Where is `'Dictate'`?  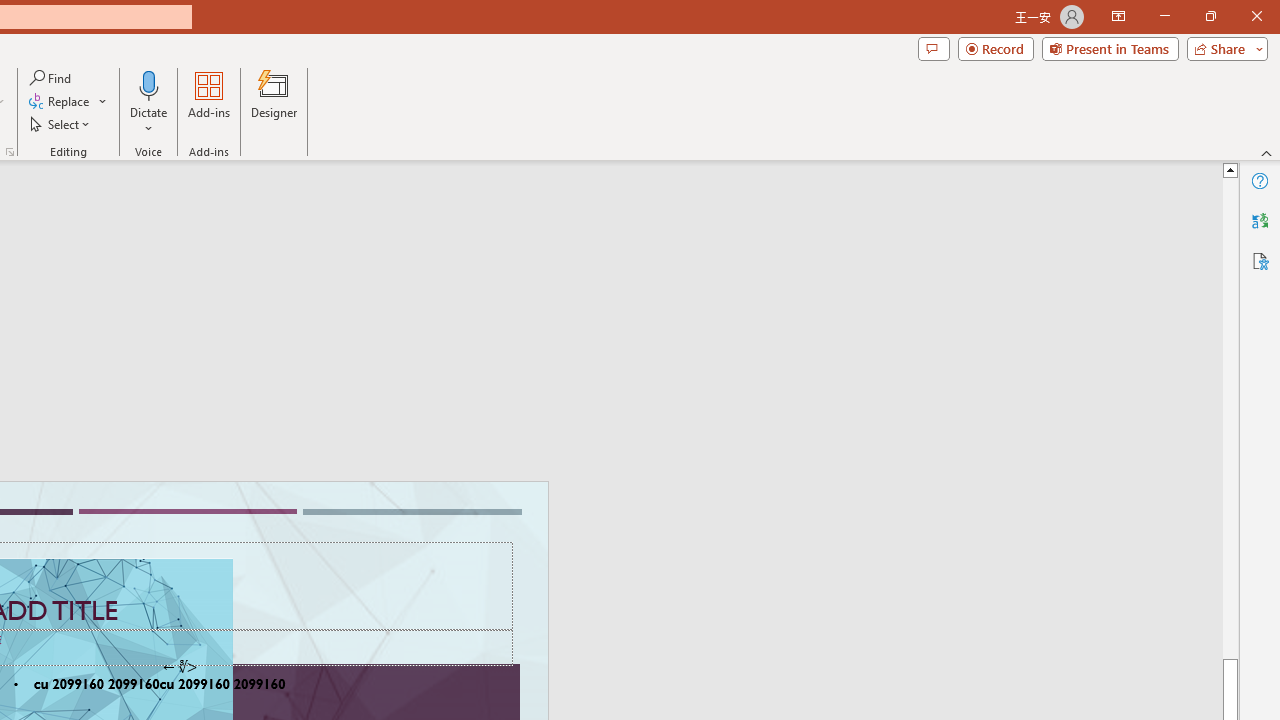 'Dictate' is located at coordinates (148, 84).